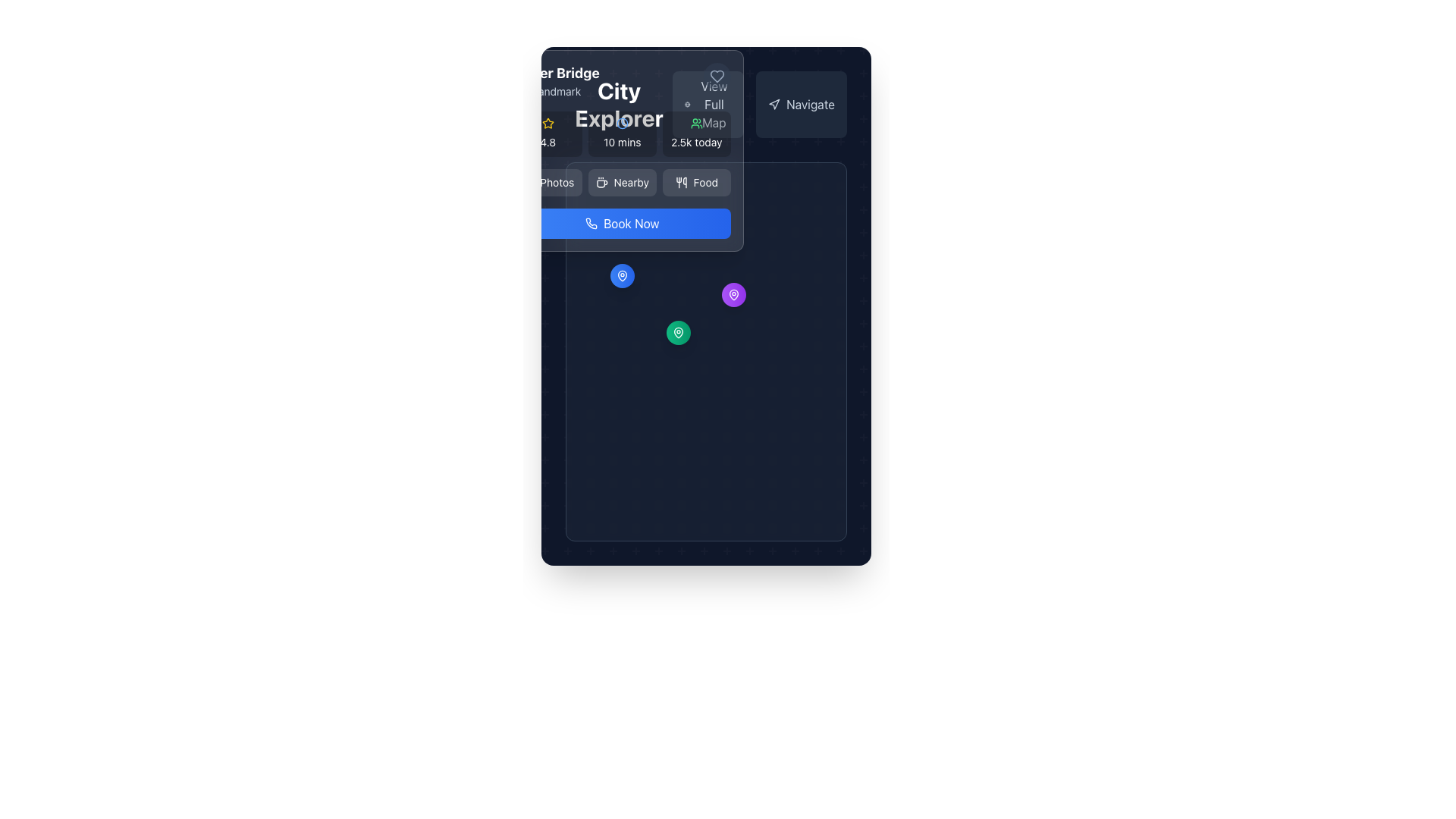 The height and width of the screenshot is (819, 1456). Describe the element at coordinates (591, 224) in the screenshot. I see `the phone receiver SVG icon located within the blue 'Book Now' button, positioned on the left side of the button` at that location.